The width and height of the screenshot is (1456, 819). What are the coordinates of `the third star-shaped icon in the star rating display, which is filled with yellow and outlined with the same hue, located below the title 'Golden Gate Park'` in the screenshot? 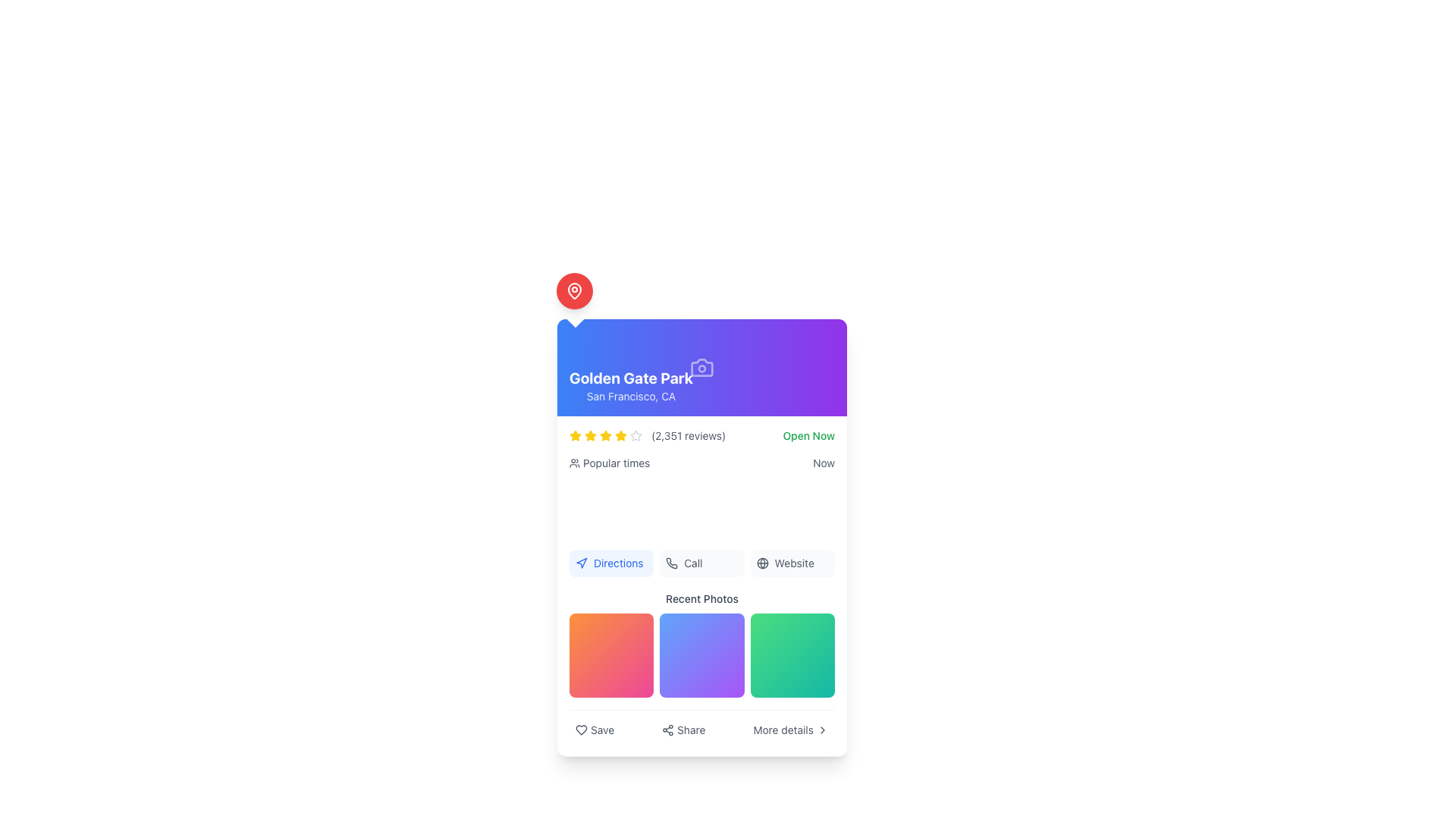 It's located at (589, 435).